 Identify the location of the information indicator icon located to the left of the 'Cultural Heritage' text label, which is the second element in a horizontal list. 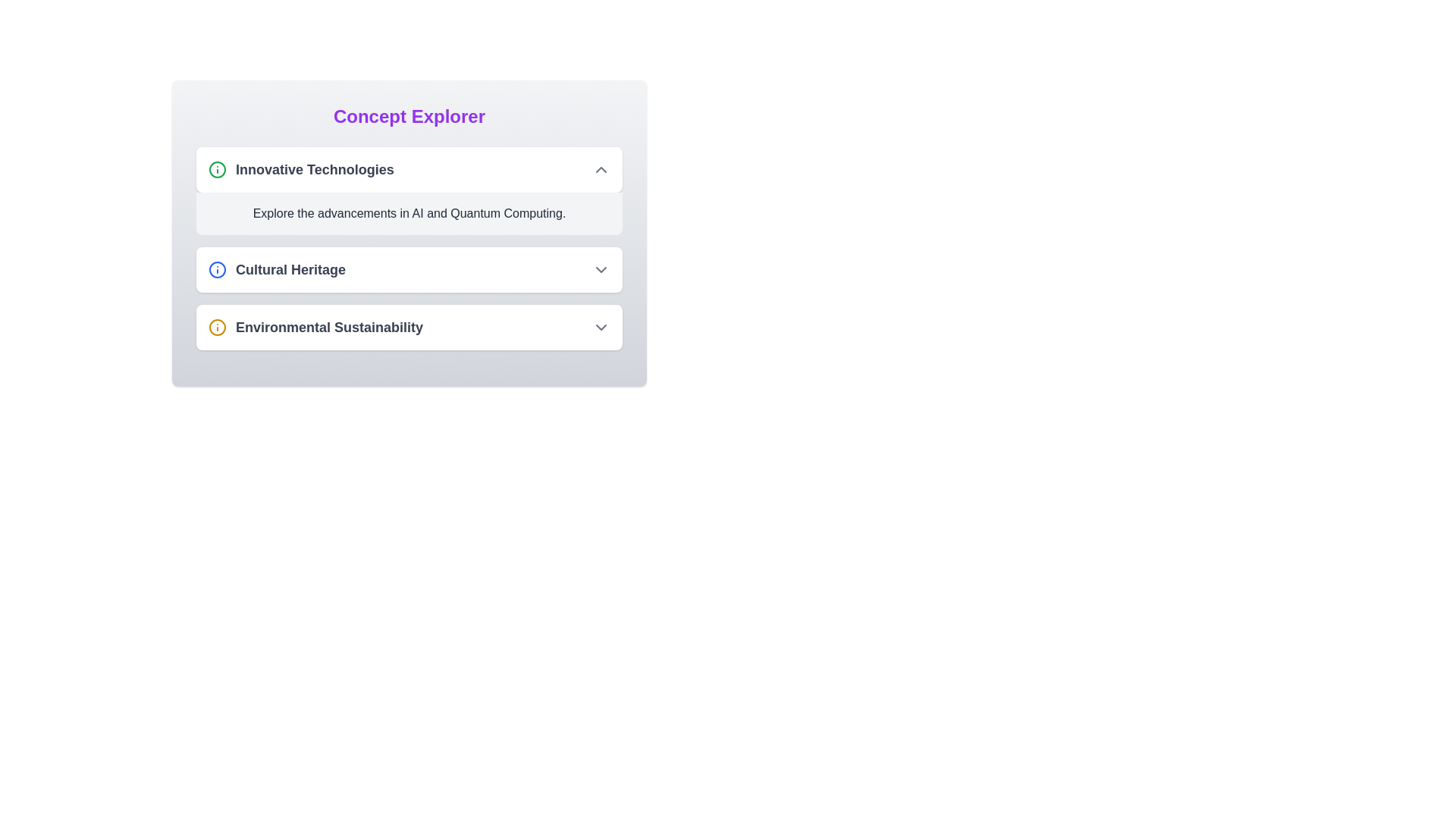
(217, 268).